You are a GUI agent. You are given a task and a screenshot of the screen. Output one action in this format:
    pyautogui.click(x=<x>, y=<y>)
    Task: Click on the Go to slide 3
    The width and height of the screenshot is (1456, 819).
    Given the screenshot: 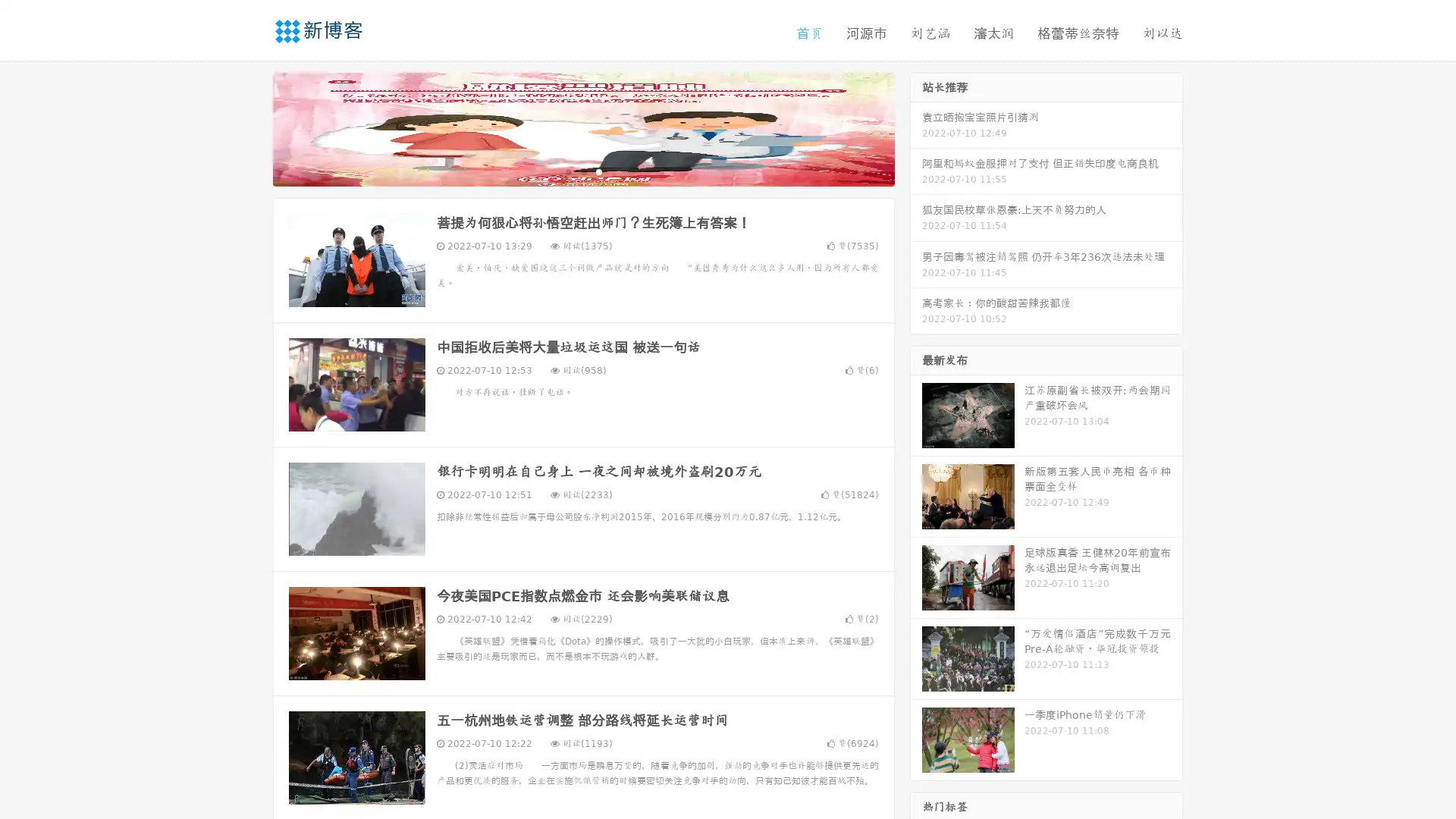 What is the action you would take?
    pyautogui.click(x=598, y=171)
    